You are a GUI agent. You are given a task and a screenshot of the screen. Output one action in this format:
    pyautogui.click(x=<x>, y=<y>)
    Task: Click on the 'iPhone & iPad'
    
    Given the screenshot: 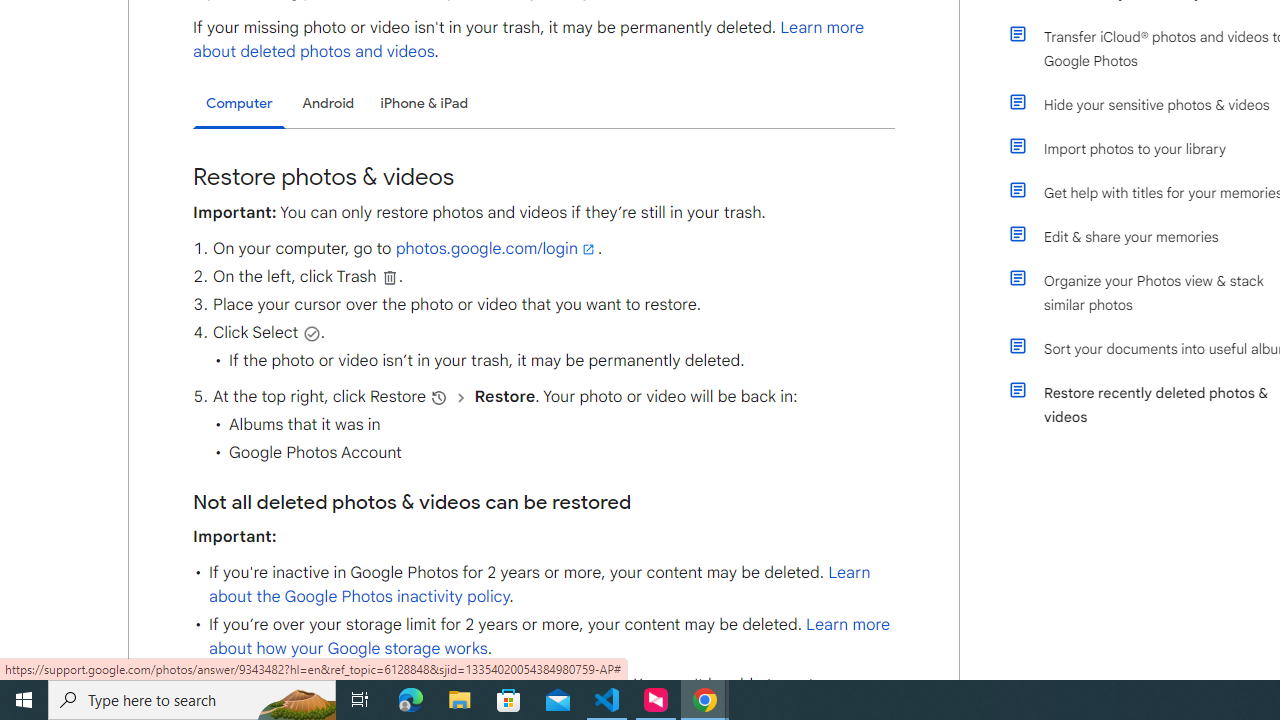 What is the action you would take?
    pyautogui.click(x=423, y=103)
    